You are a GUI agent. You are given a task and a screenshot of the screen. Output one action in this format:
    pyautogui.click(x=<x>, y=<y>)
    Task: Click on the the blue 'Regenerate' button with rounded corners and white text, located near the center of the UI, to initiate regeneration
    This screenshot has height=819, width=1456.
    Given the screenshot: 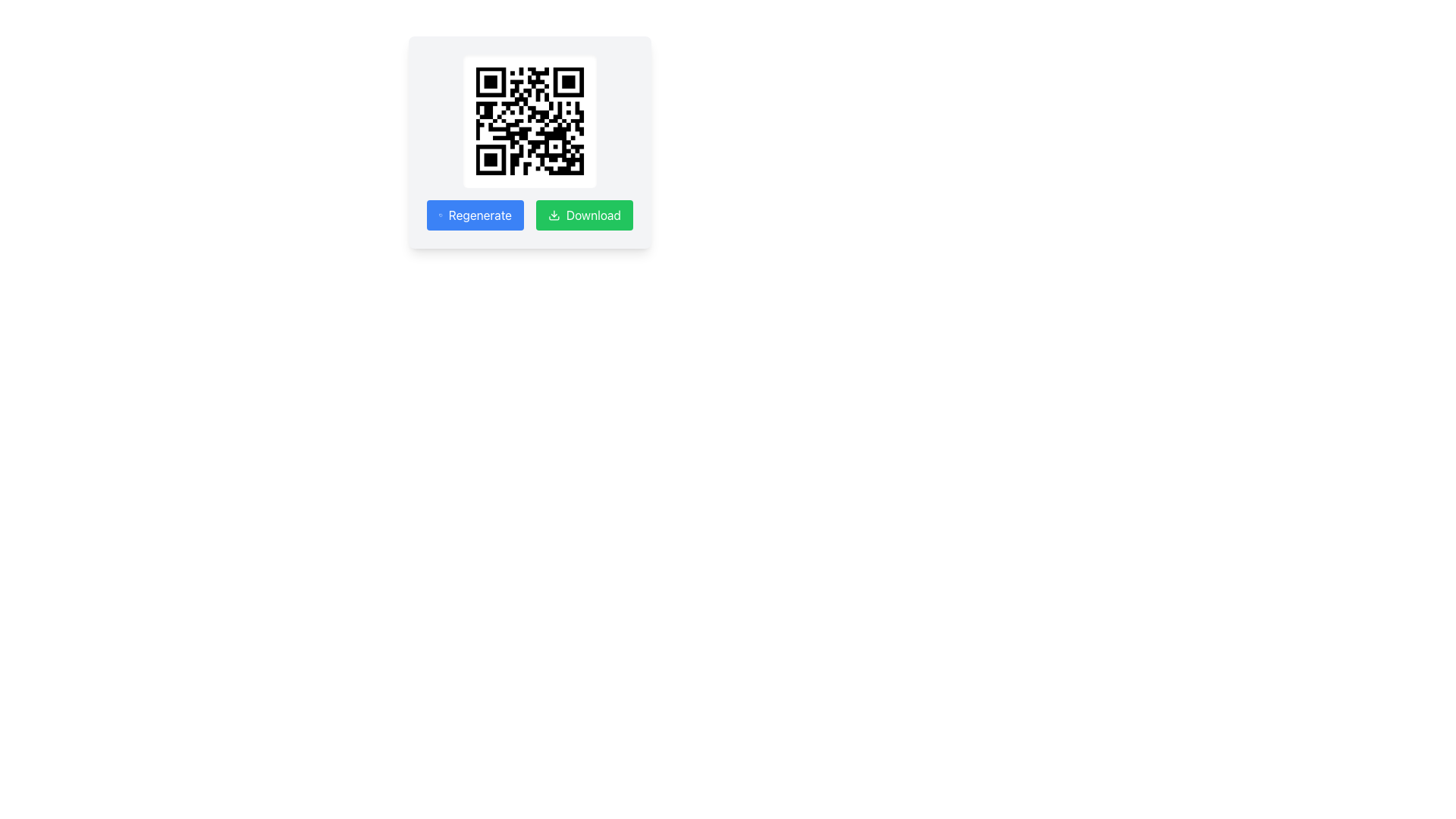 What is the action you would take?
    pyautogui.click(x=475, y=215)
    